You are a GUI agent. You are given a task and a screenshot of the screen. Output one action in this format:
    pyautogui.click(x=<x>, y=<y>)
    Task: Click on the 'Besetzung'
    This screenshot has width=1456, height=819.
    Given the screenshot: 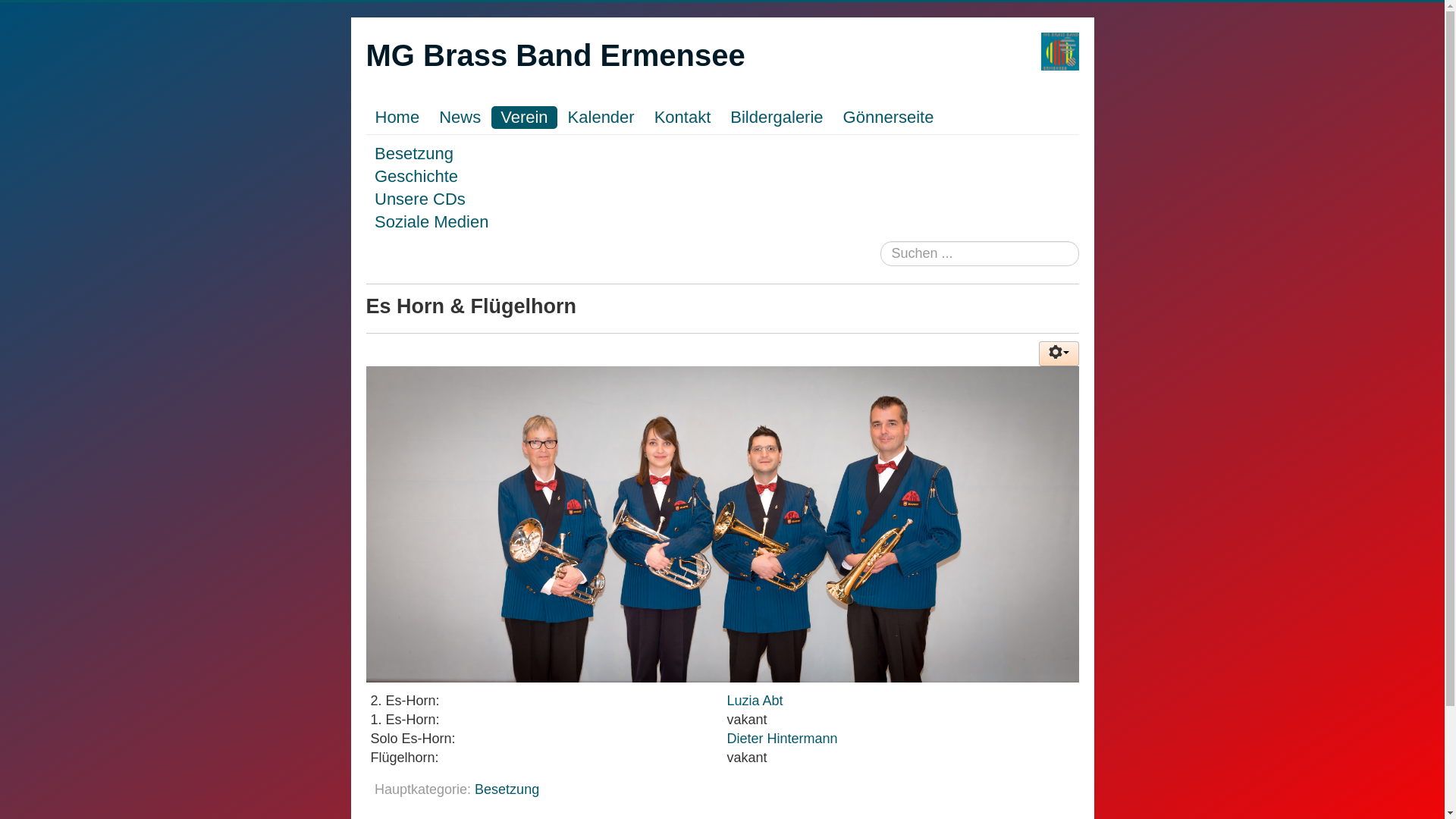 What is the action you would take?
    pyautogui.click(x=414, y=153)
    